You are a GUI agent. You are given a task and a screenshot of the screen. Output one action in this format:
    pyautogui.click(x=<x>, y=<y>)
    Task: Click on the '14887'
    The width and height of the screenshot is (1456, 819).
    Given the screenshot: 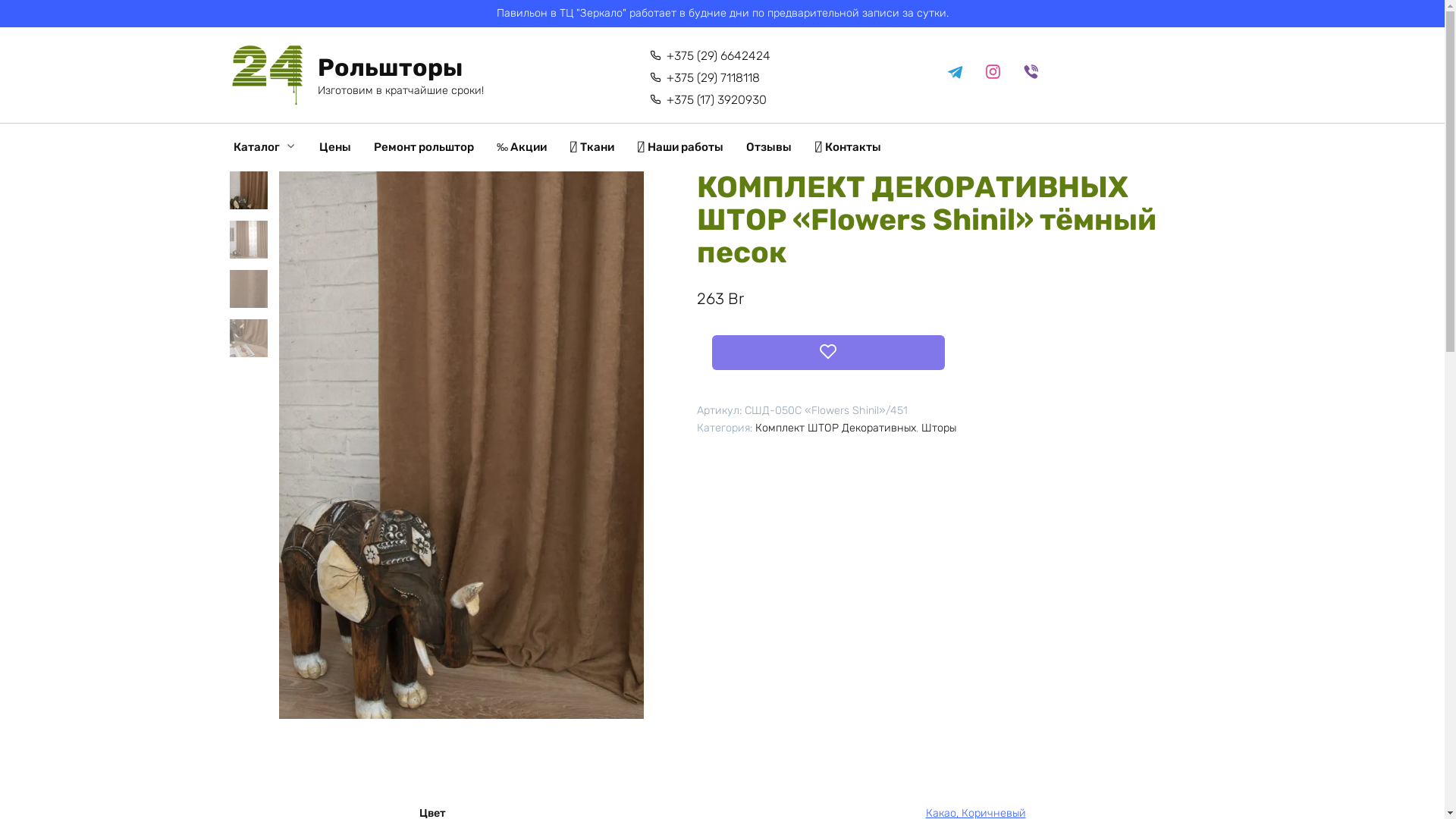 What is the action you would take?
    pyautogui.click(x=115, y=18)
    